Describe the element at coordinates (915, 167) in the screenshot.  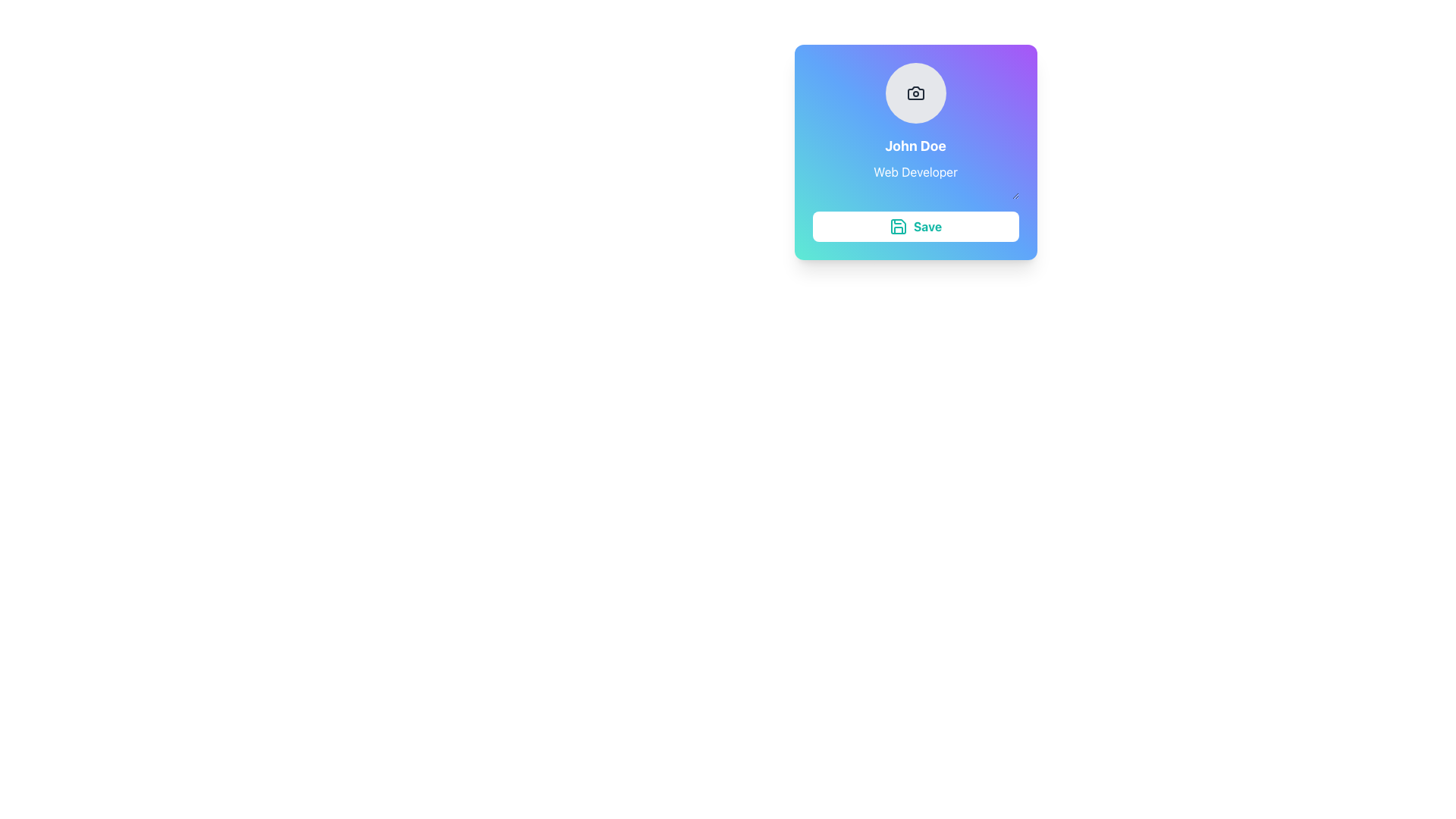
I see `the text label displaying 'Web Developer', which is centered beneath 'John Doe' and above the 'Save' button` at that location.